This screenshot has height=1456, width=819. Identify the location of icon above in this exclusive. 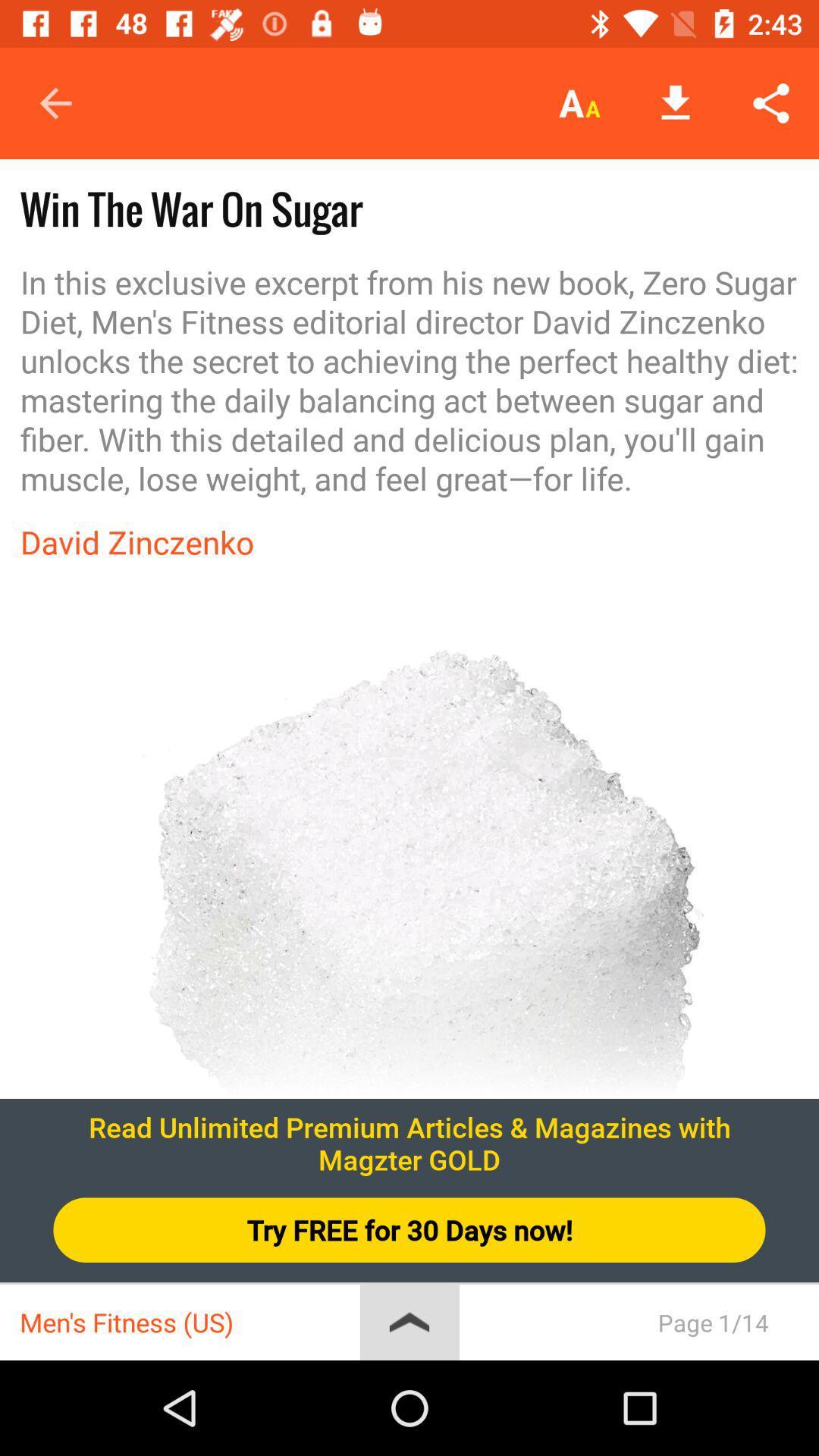
(579, 102).